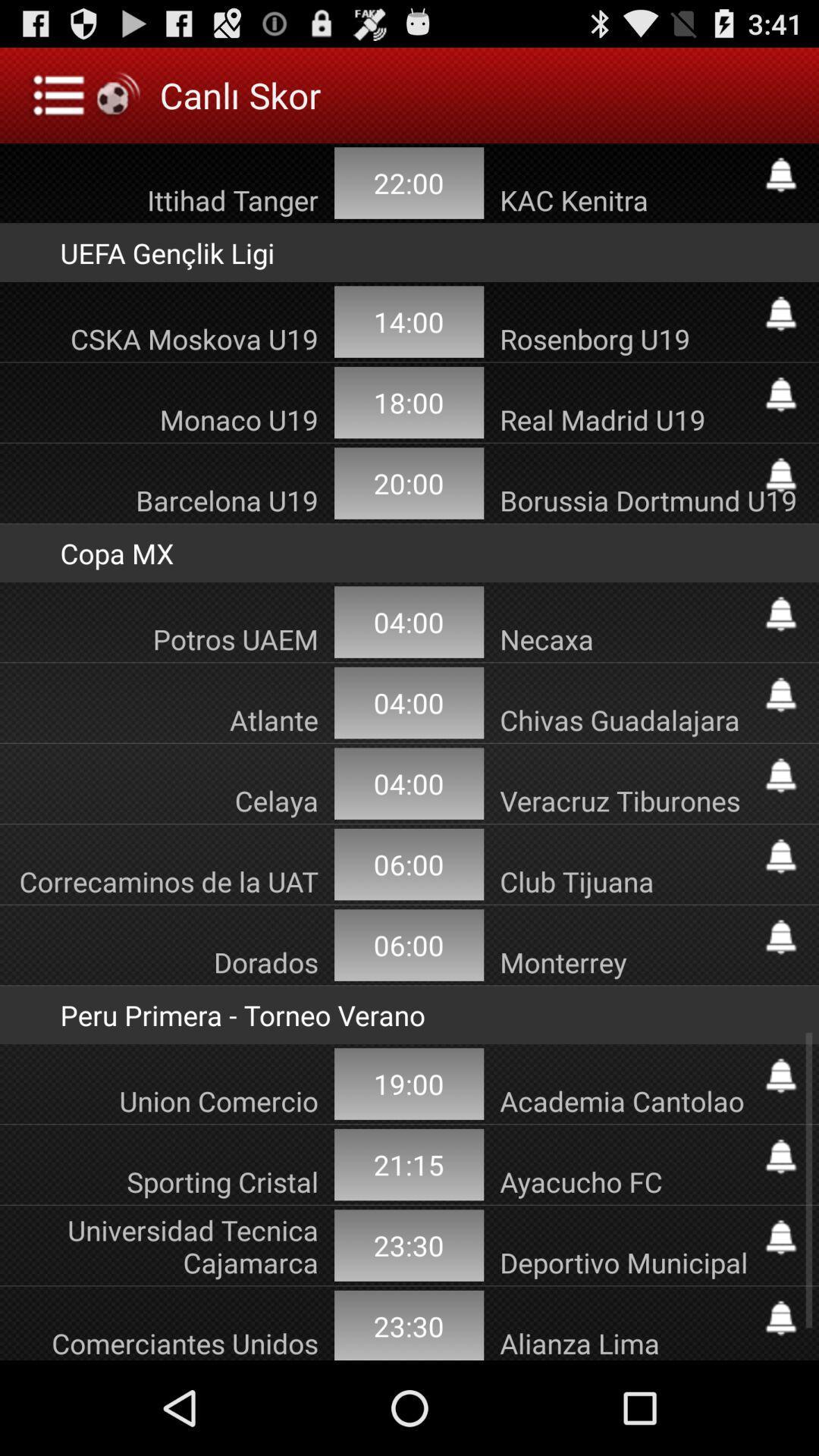  Describe the element at coordinates (780, 614) in the screenshot. I see `bell icon` at that location.